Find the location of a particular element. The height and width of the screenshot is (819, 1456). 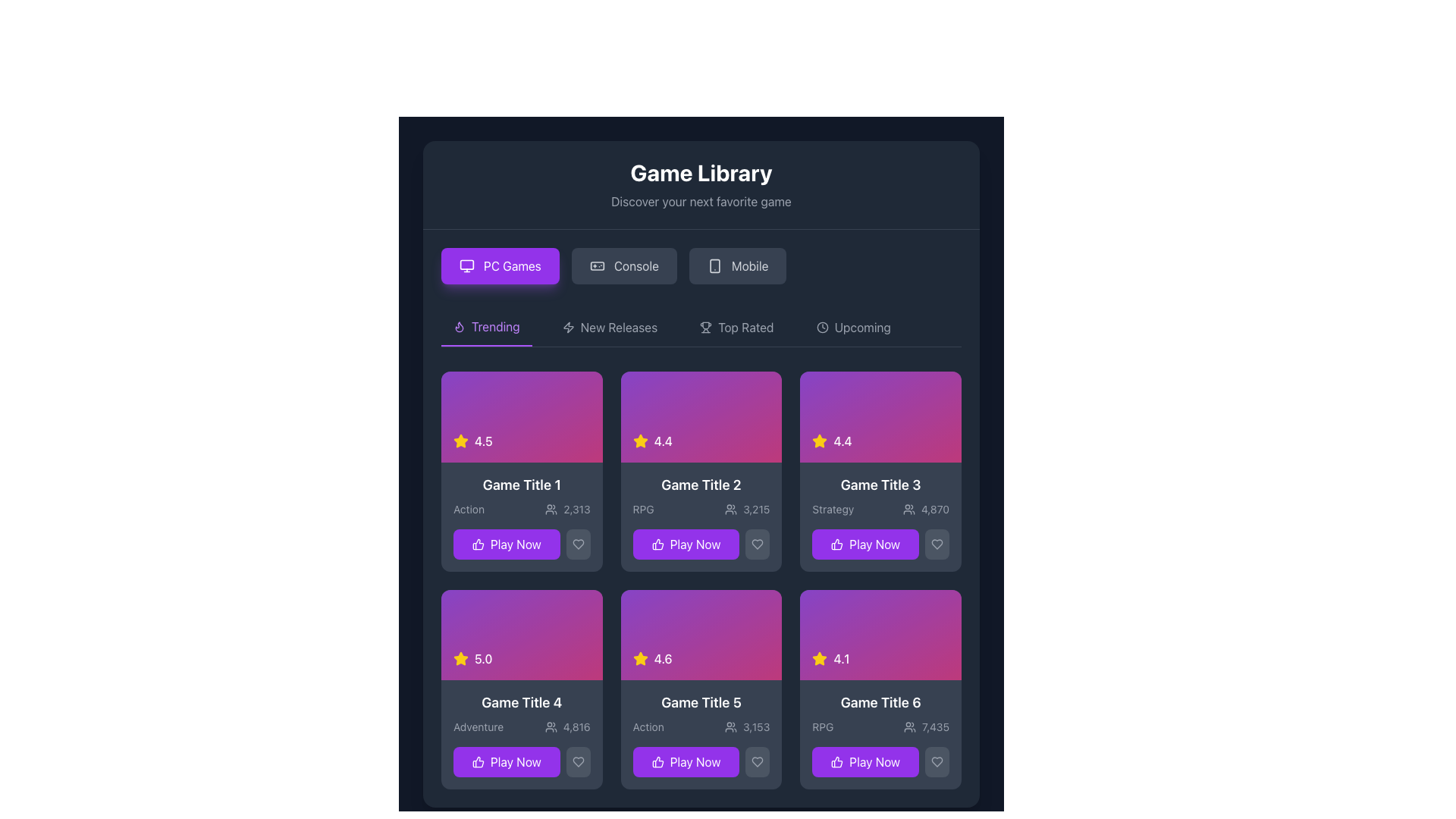

the star rating icon representing a rating of 4.5 stars located in the 'Trending' section of the game library, adjacent to the text displaying '4.5' is located at coordinates (460, 441).